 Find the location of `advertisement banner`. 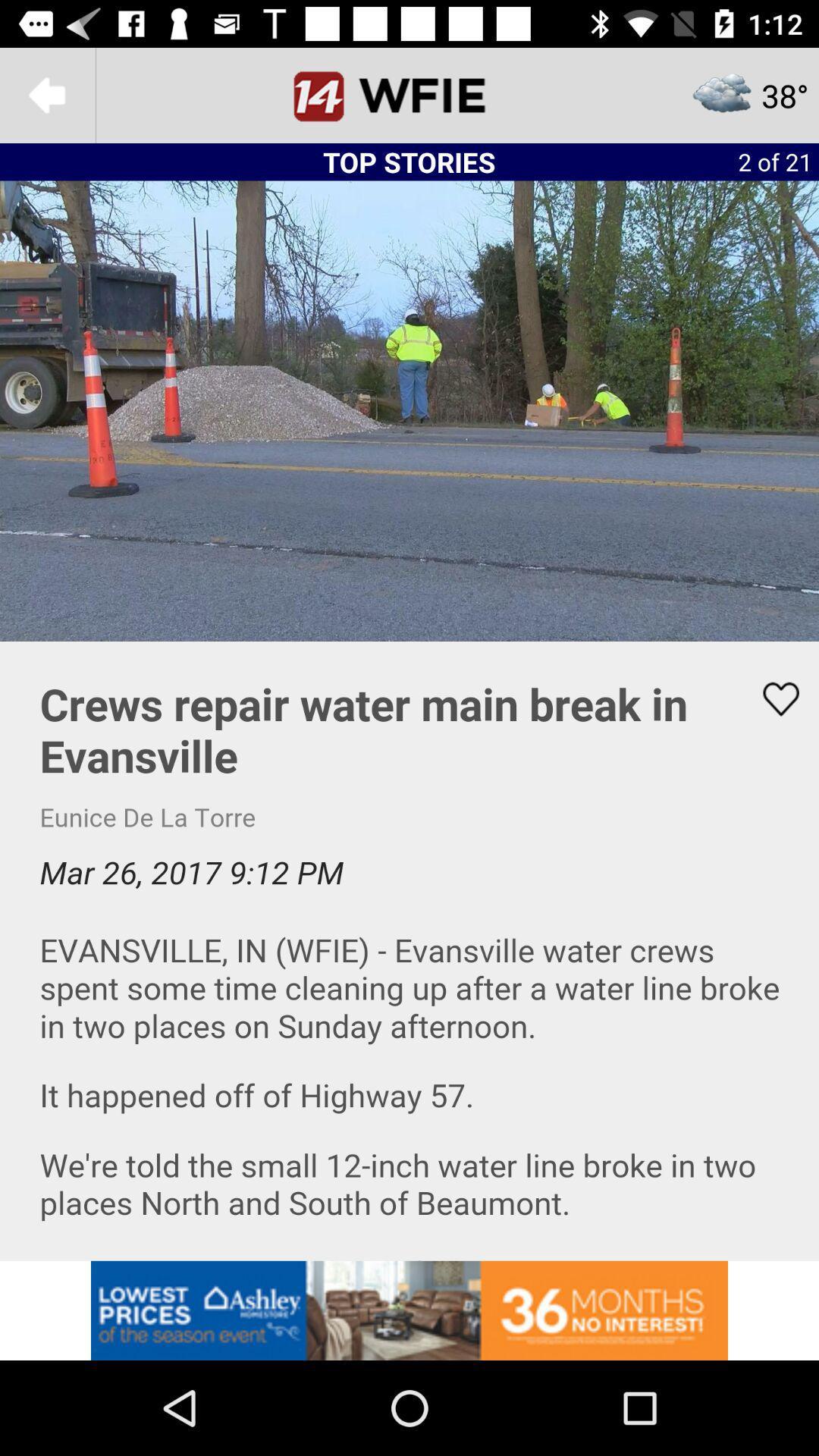

advertisement banner is located at coordinates (409, 1310).